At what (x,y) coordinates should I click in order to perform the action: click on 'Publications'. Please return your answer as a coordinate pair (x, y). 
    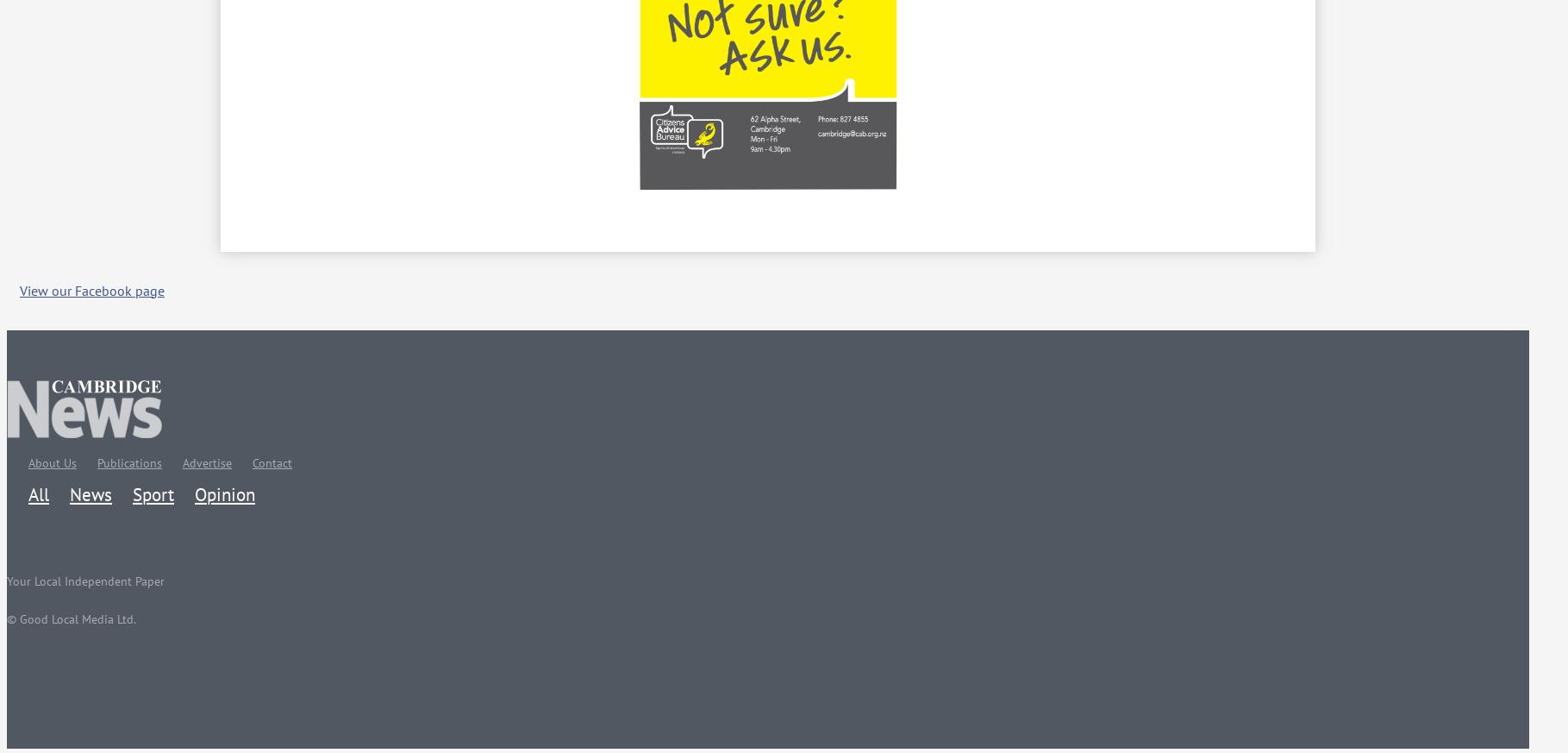
    Looking at the image, I should click on (129, 461).